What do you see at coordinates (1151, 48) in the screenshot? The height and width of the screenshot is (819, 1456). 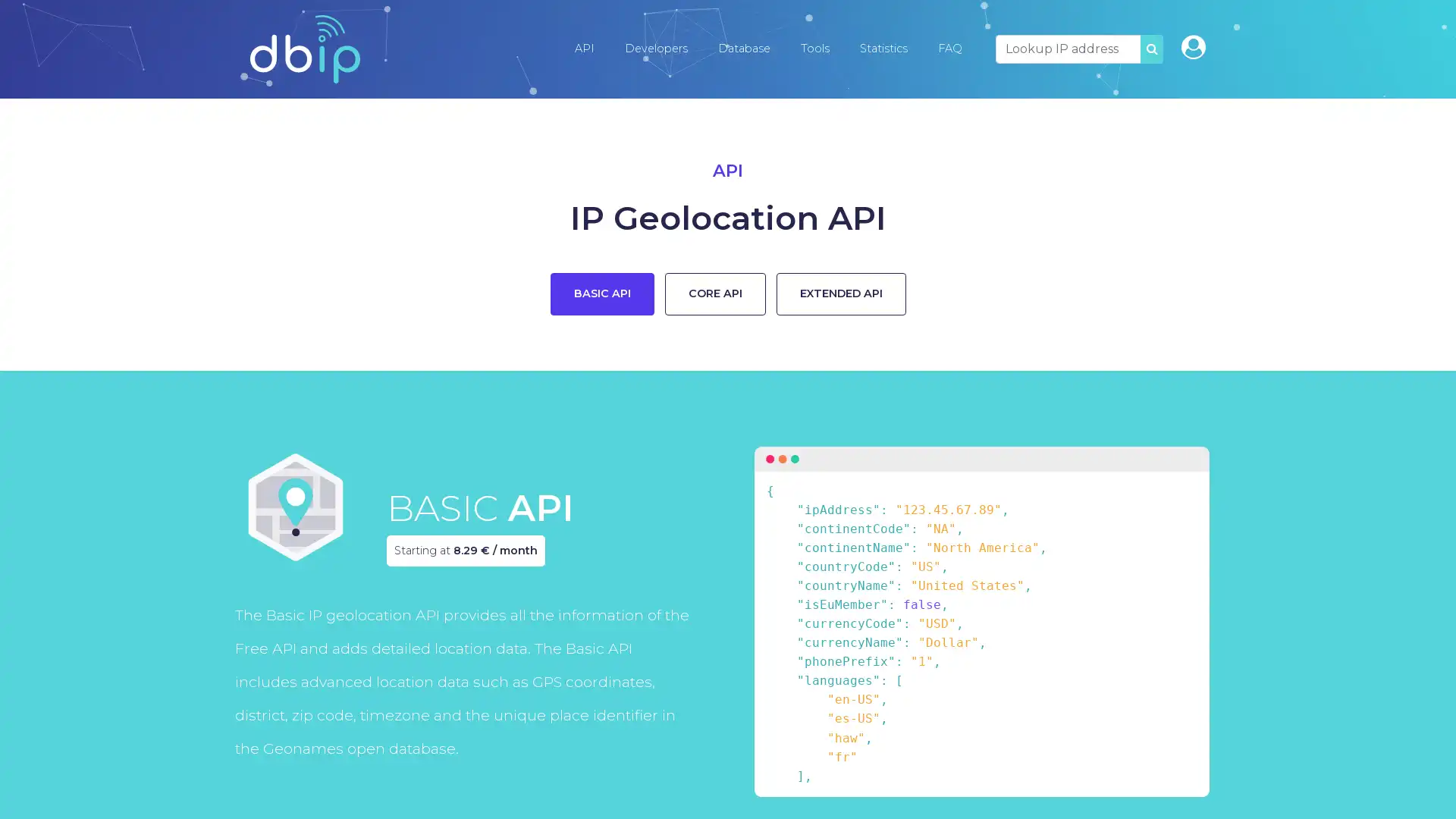 I see `SEARCH` at bounding box center [1151, 48].